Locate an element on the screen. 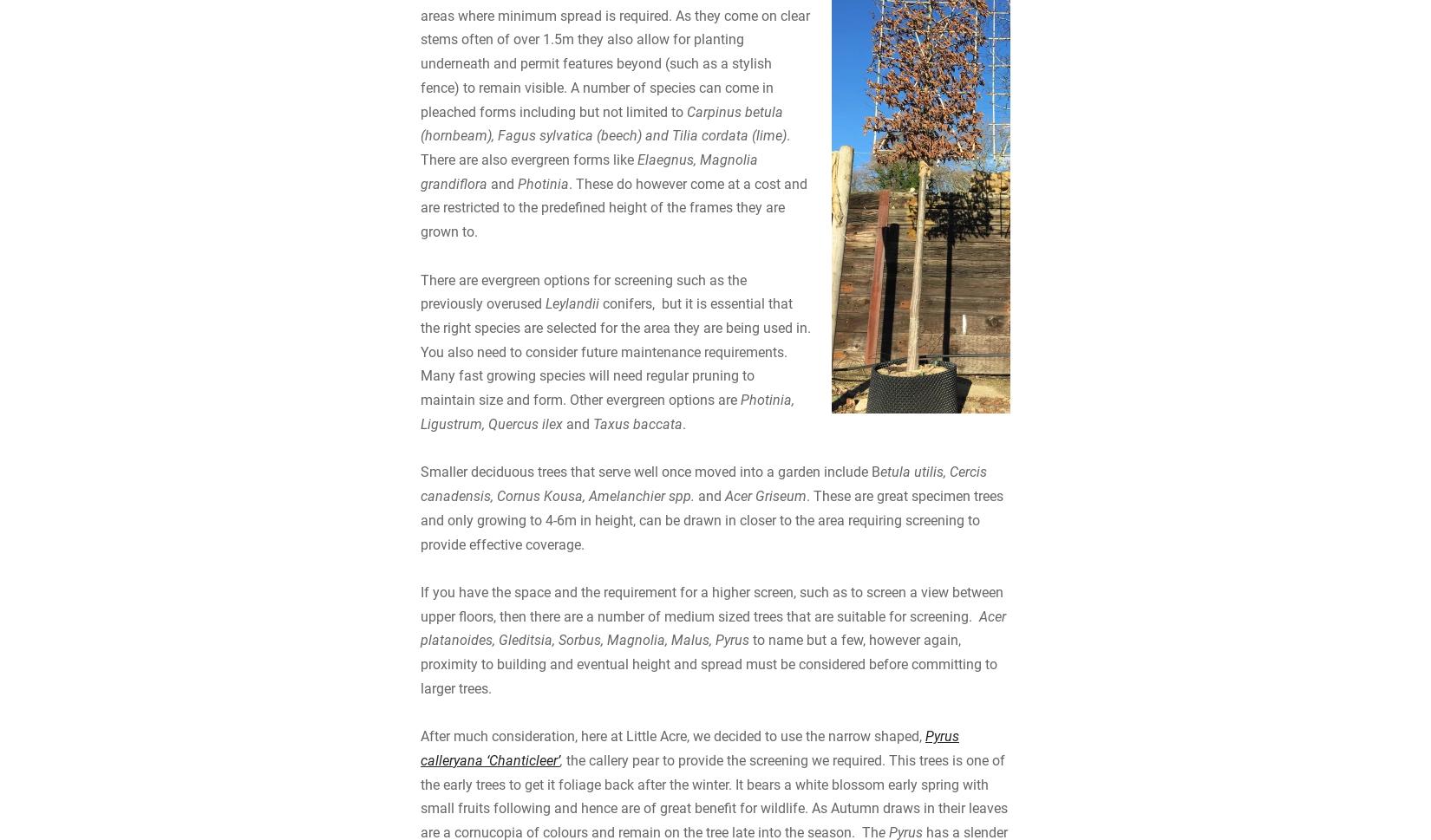 The width and height of the screenshot is (1431, 840). 'If you don’t need great height coverage, pleached trees are regularly used to provide a stylish, contemporary feel. Pleached trees are trees that are trained over a frame and are fantastic for areas where minimum spread is required. As they come on clear stems often of over 1.5m they also allow for planting underneath and permit features beyond (such as a stylish fence) to remain visible. A number of species can come in pleached forms including but not limited to' is located at coordinates (419, 169).